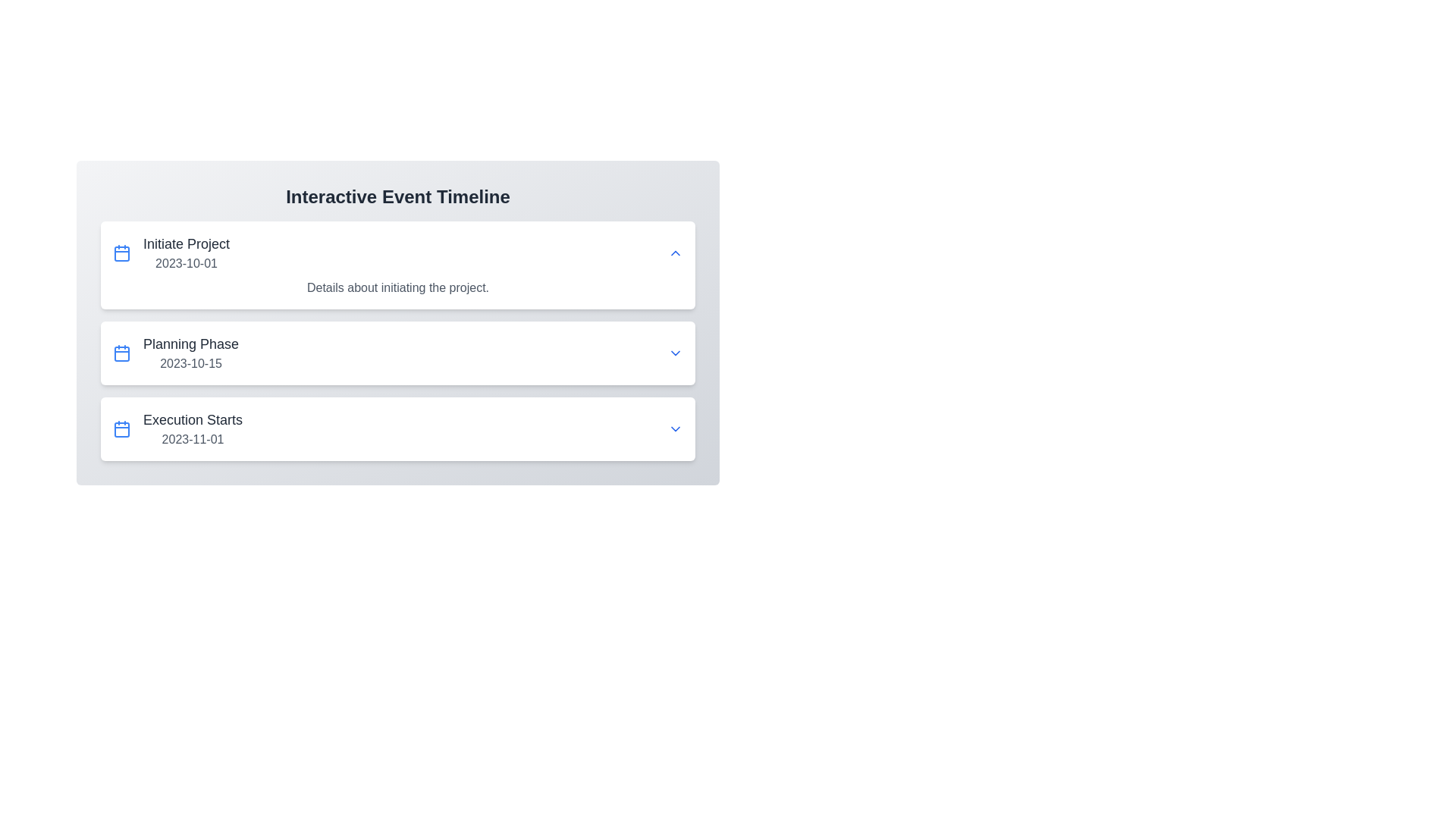 This screenshot has width=1456, height=819. Describe the element at coordinates (177, 429) in the screenshot. I see `timeline event descriptor element labeled 'Execution Starts' with the scheduled date '2023-11-01', located in the third row of the 'Interactive Event Timeline' below 'Planning Phase'` at that location.